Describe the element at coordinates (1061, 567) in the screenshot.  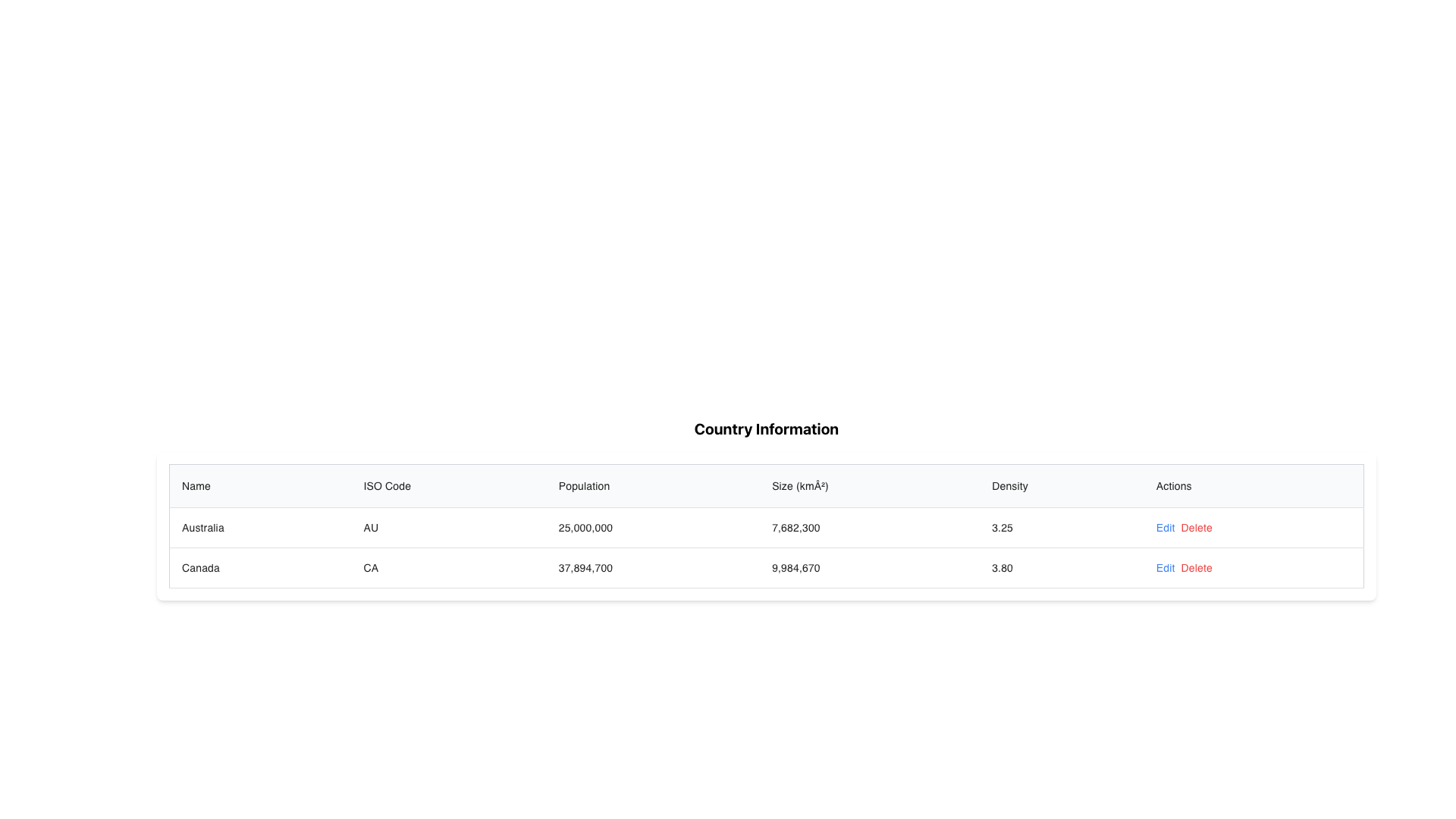
I see `the table cell representing the density metric for Canada` at that location.